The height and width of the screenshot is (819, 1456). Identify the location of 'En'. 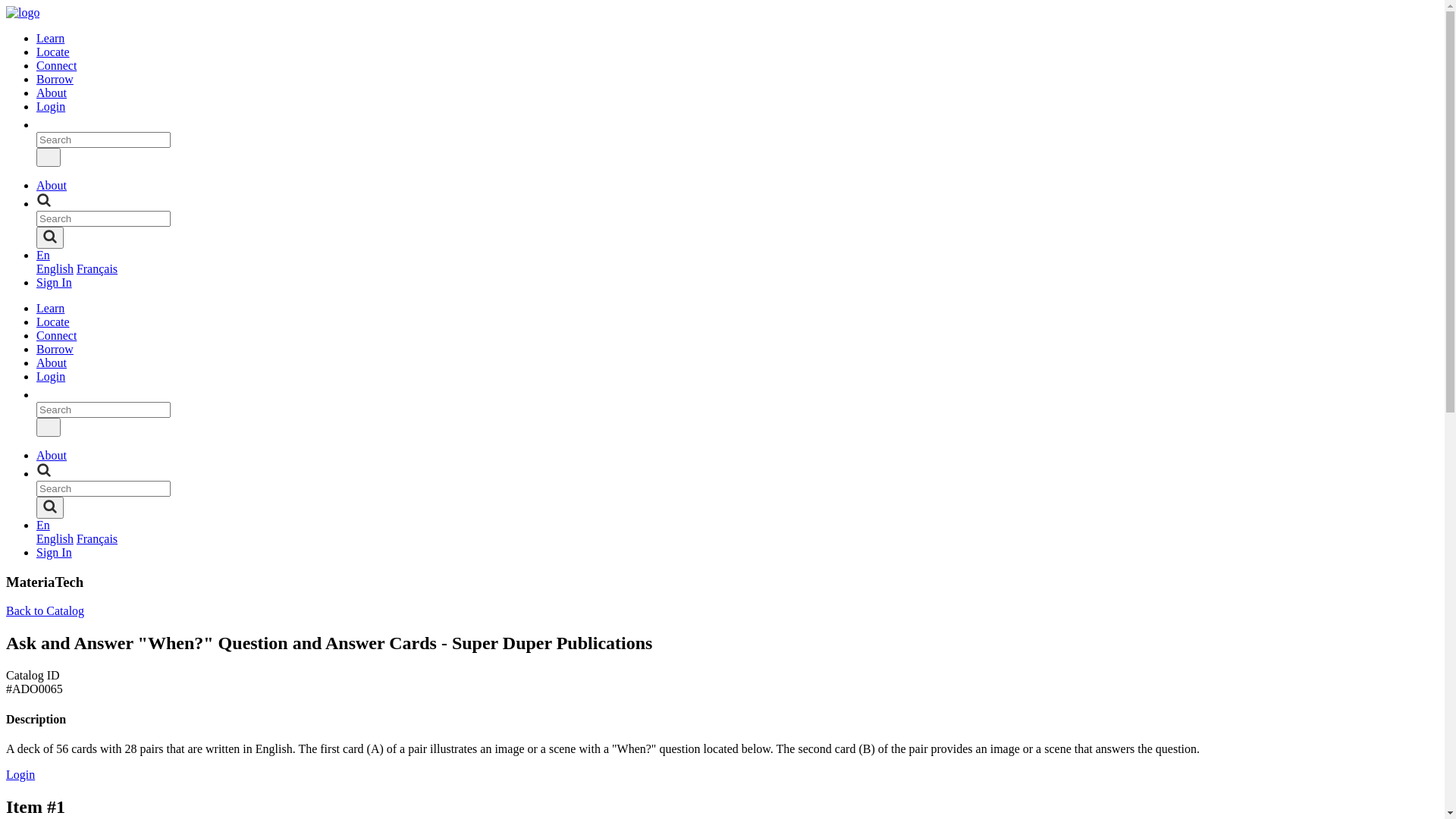
(36, 524).